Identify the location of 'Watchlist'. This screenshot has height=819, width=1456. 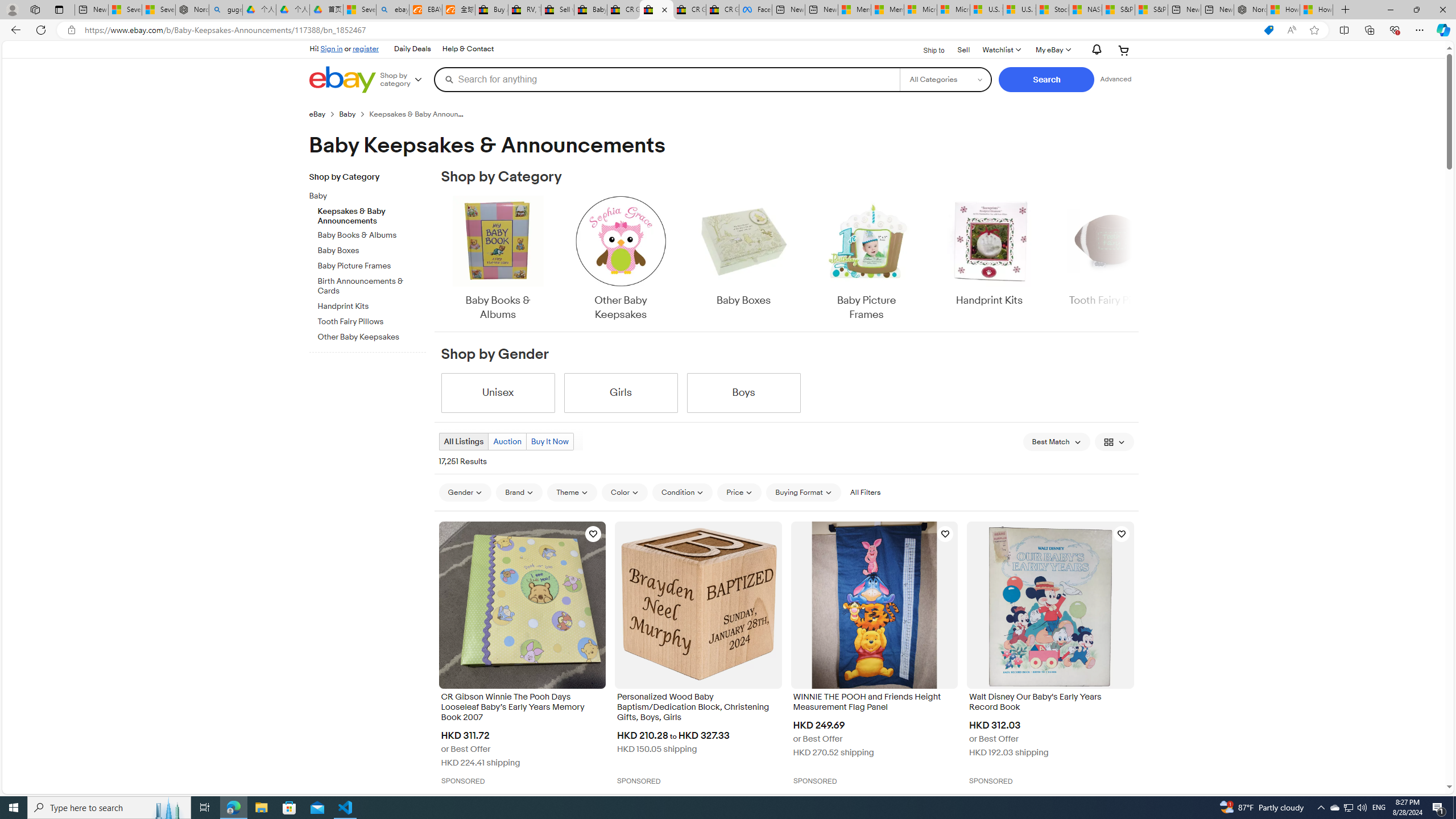
(1001, 49).